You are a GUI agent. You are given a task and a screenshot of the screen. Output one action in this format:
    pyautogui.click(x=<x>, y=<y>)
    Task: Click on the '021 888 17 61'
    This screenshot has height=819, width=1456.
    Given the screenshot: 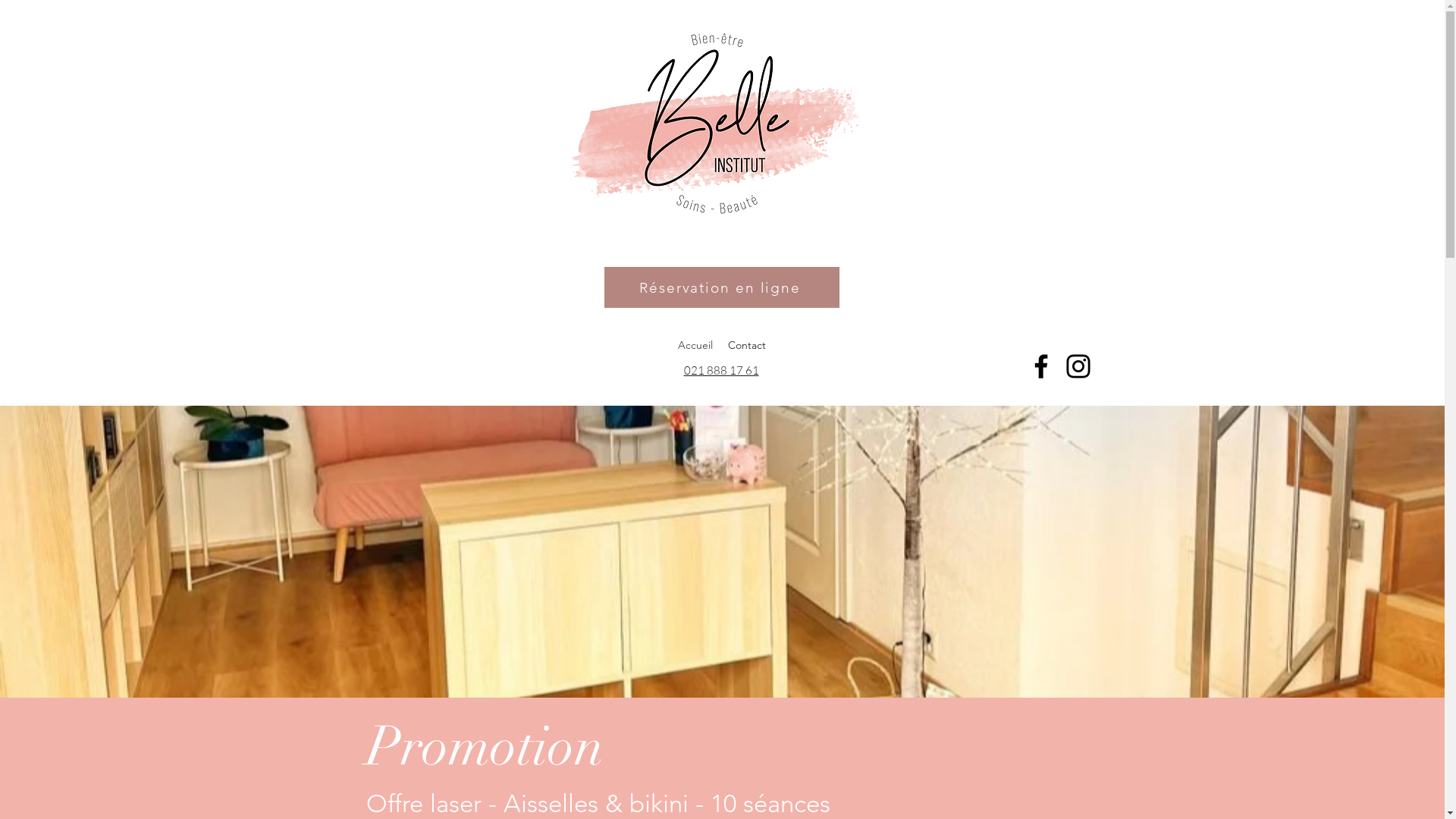 What is the action you would take?
    pyautogui.click(x=720, y=370)
    